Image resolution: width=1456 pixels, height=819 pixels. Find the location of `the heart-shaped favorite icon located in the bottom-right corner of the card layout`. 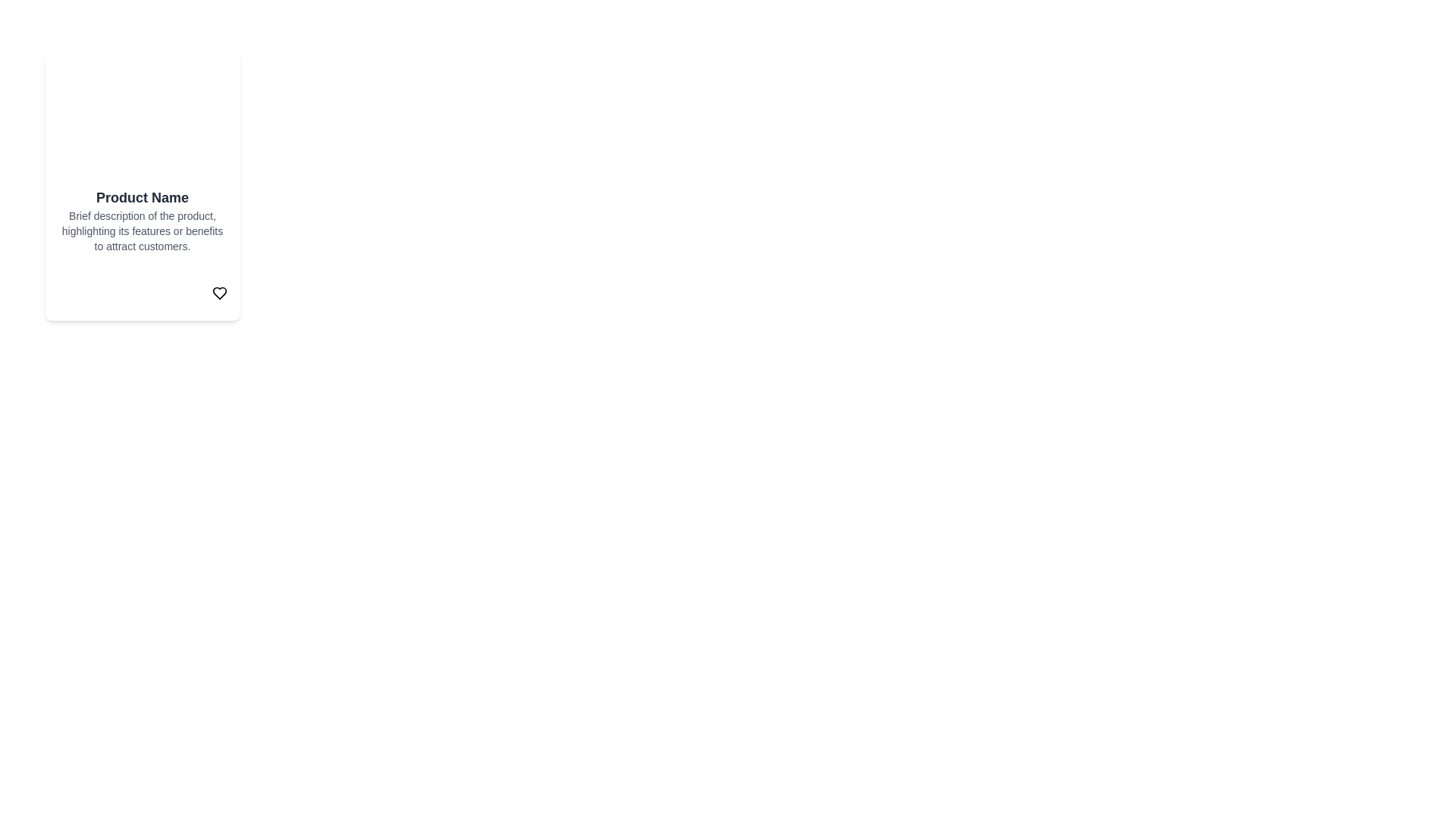

the heart-shaped favorite icon located in the bottom-right corner of the card layout is located at coordinates (218, 293).